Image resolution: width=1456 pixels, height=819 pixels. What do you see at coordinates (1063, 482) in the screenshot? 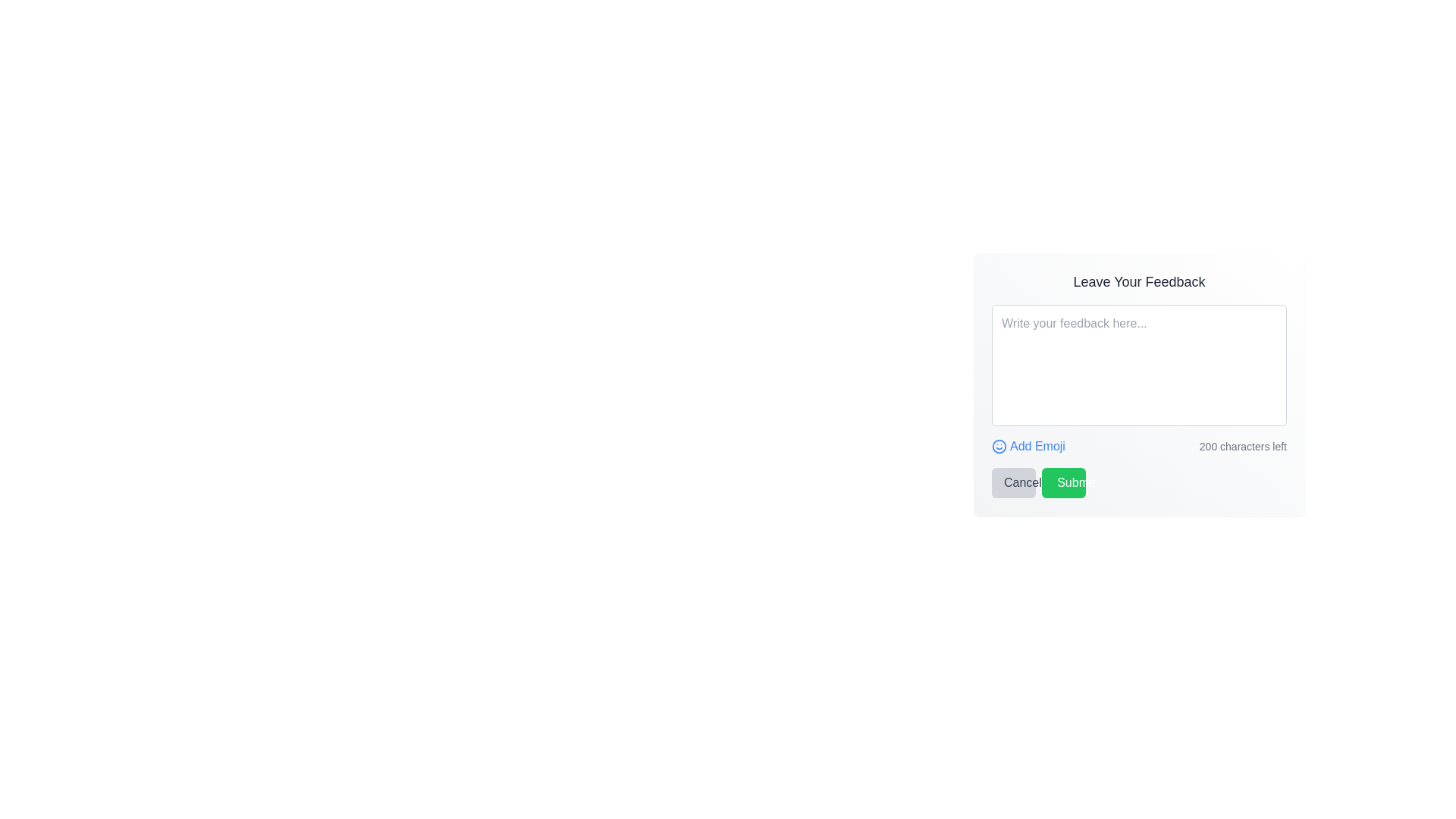
I see `the submission button for the feedback form located in the 'Leave Your Feedback' section` at bounding box center [1063, 482].